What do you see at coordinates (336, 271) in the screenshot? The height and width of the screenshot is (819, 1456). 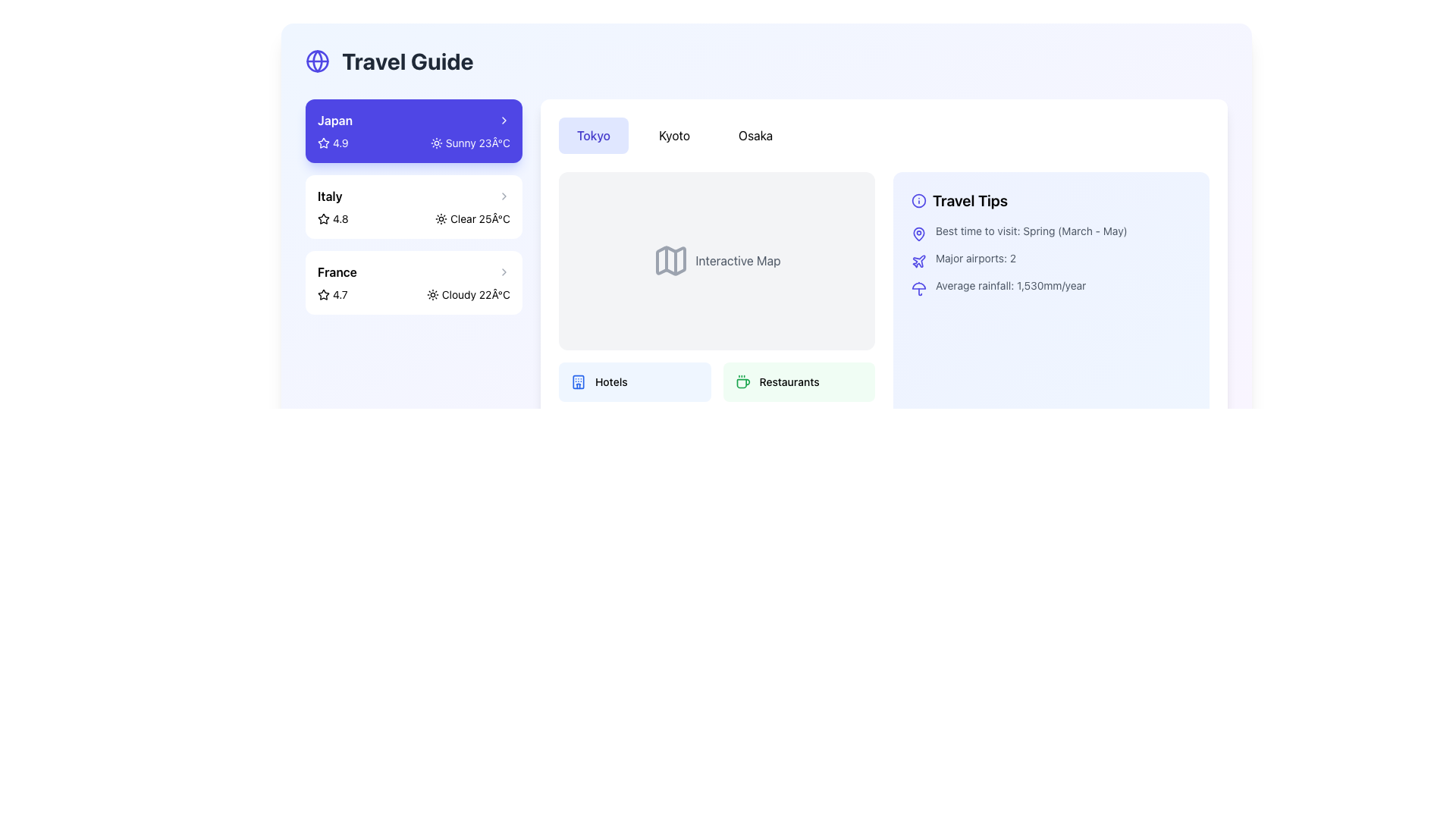 I see `the text label displaying 'France'` at bounding box center [336, 271].